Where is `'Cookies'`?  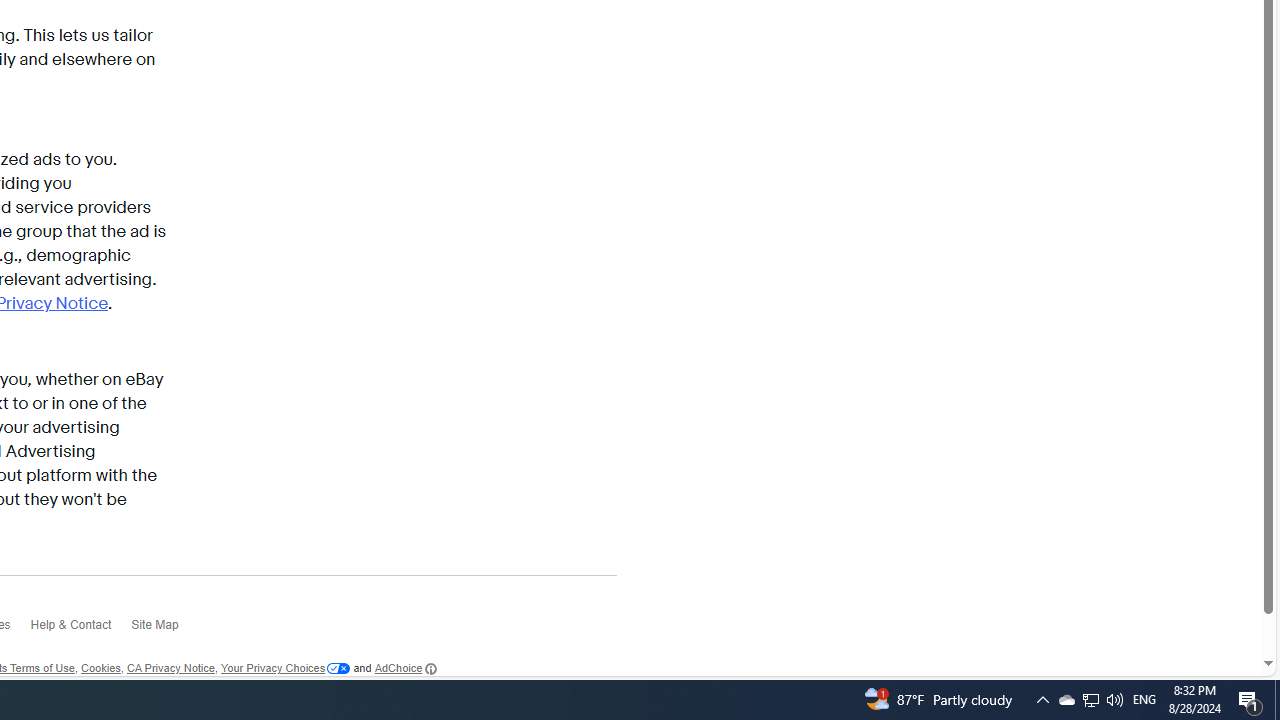 'Cookies' is located at coordinates (100, 669).